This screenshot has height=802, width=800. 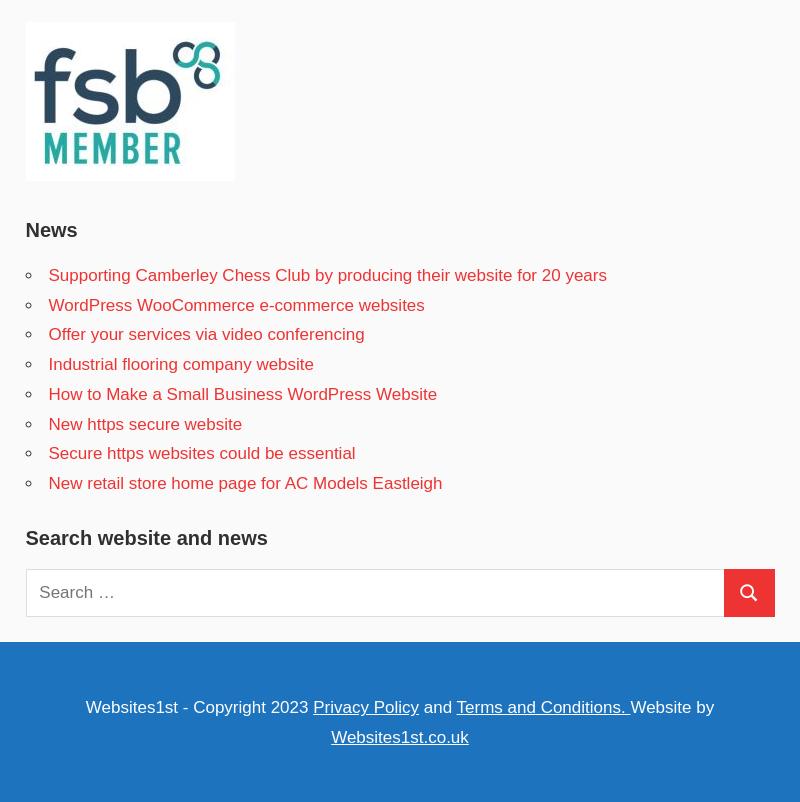 What do you see at coordinates (47, 363) in the screenshot?
I see `'Industrial flooring company website'` at bounding box center [47, 363].